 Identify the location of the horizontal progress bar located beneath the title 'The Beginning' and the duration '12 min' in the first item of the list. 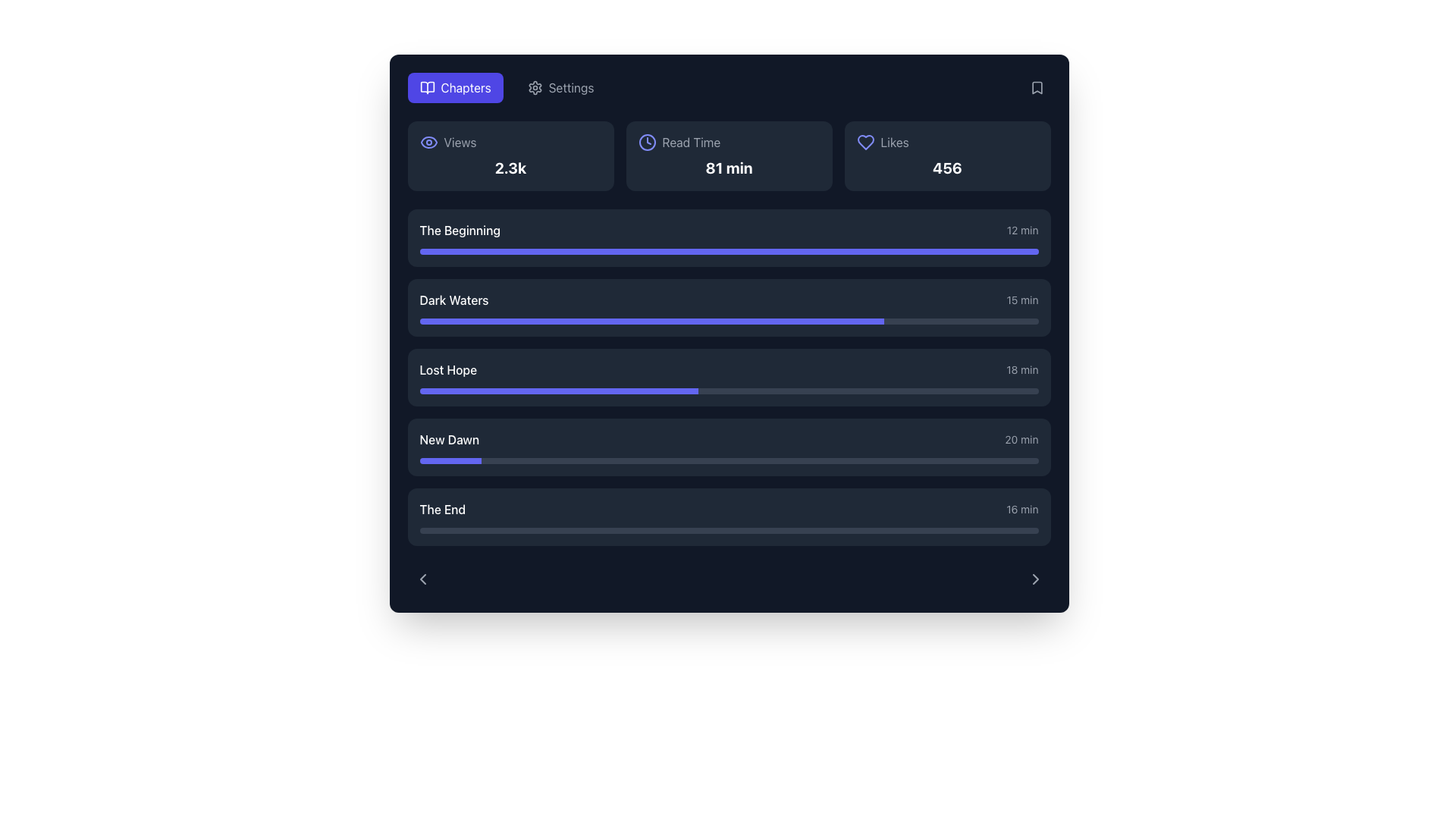
(729, 250).